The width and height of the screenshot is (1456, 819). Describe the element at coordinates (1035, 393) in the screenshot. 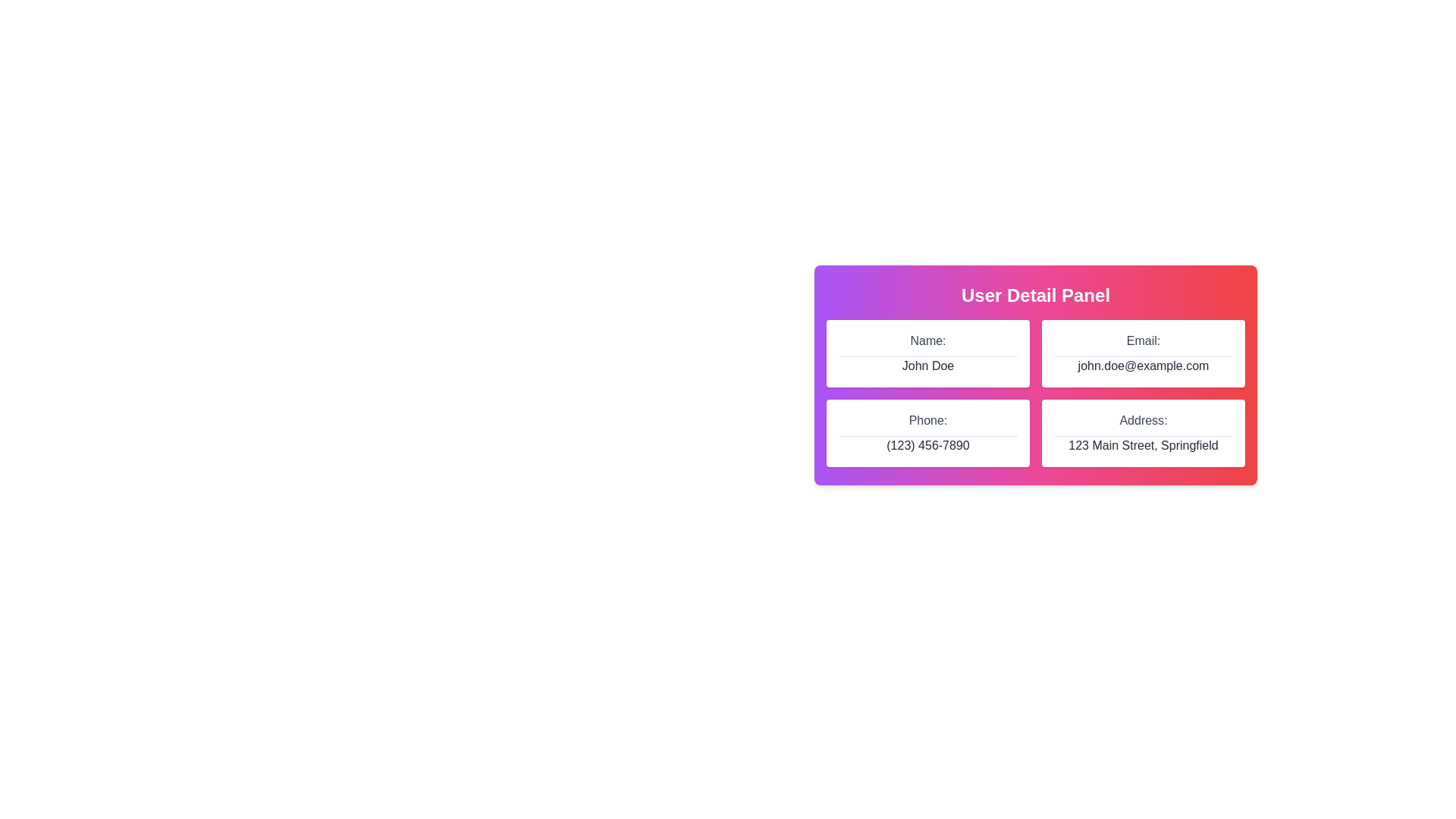

I see `the grid layout containing user details such as Name, Email, Phone, and Address, which is located under the 'User Detail Panel' title` at that location.